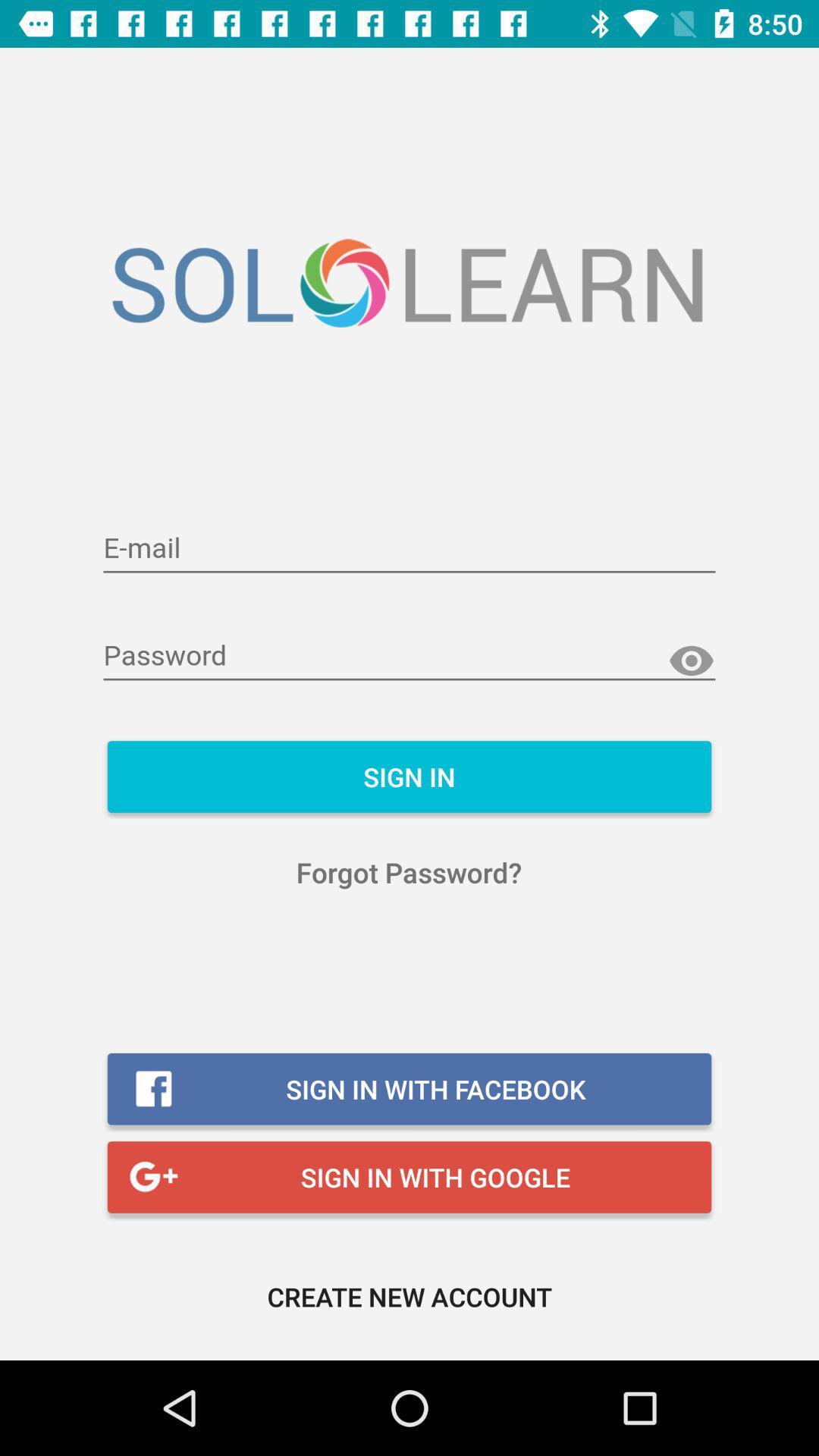 This screenshot has width=819, height=1456. What do you see at coordinates (691, 661) in the screenshot?
I see `the visibility icon` at bounding box center [691, 661].